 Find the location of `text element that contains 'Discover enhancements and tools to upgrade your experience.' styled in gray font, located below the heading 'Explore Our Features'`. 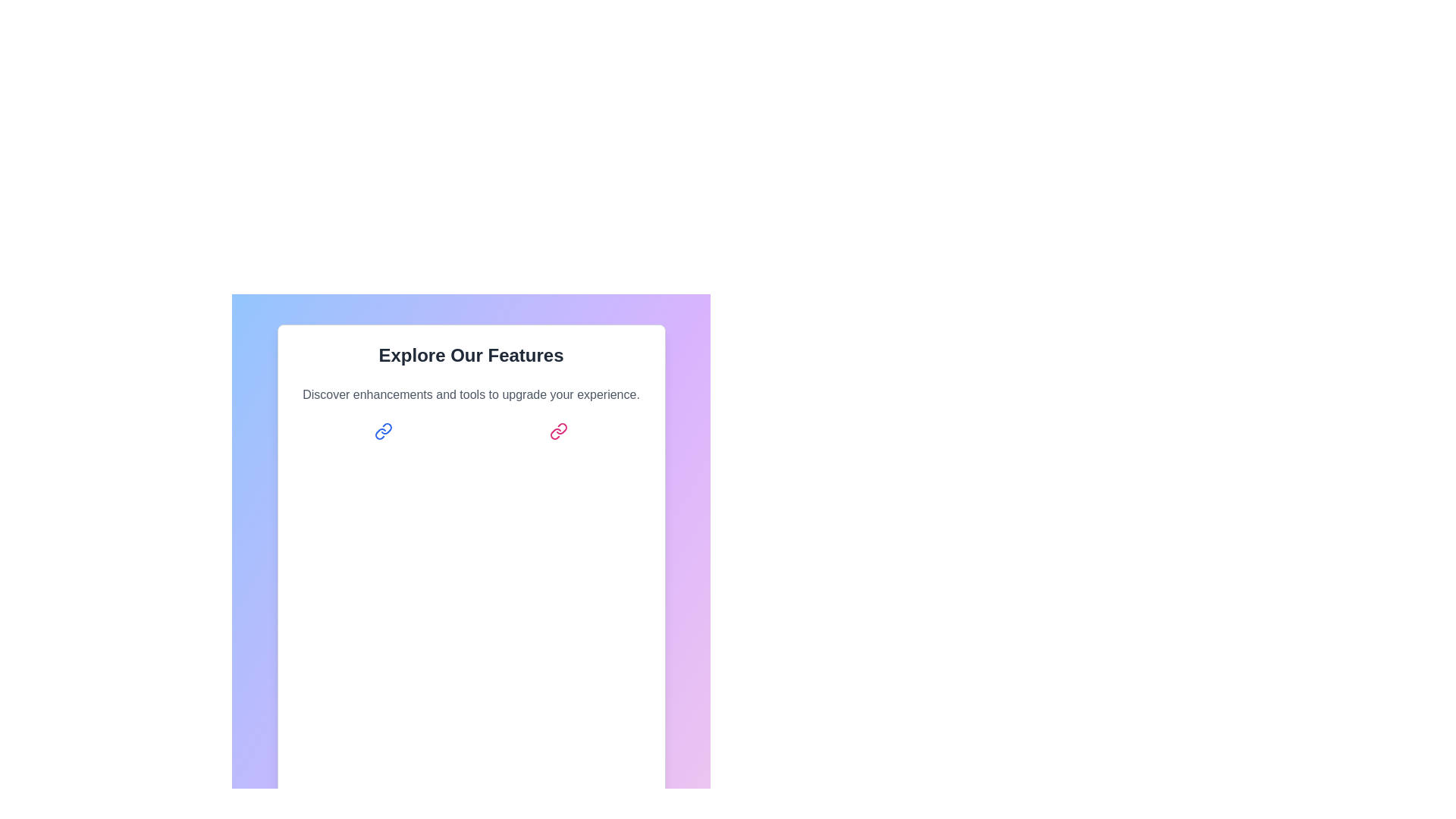

text element that contains 'Discover enhancements and tools to upgrade your experience.' styled in gray font, located below the heading 'Explore Our Features' is located at coordinates (470, 394).